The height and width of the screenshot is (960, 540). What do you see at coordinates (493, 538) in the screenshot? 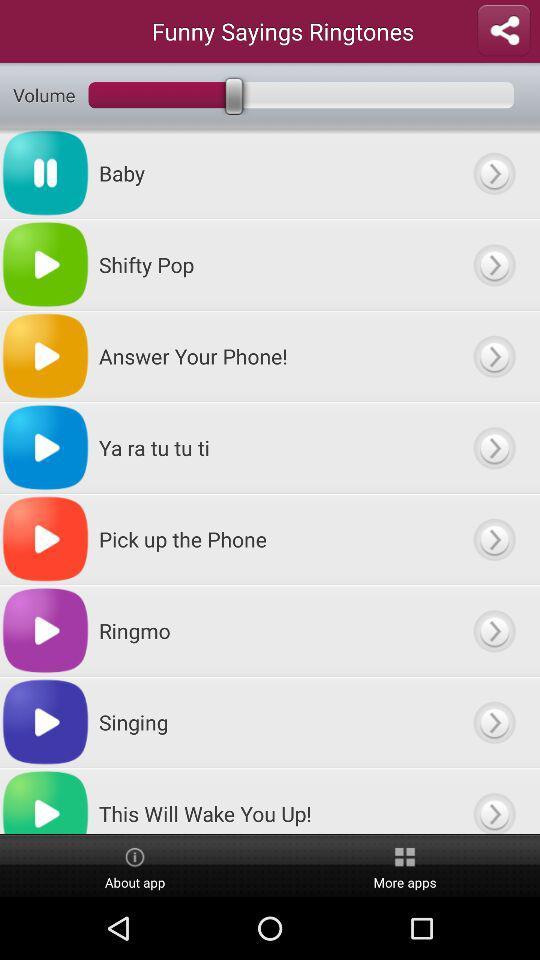
I see `selected option` at bounding box center [493, 538].